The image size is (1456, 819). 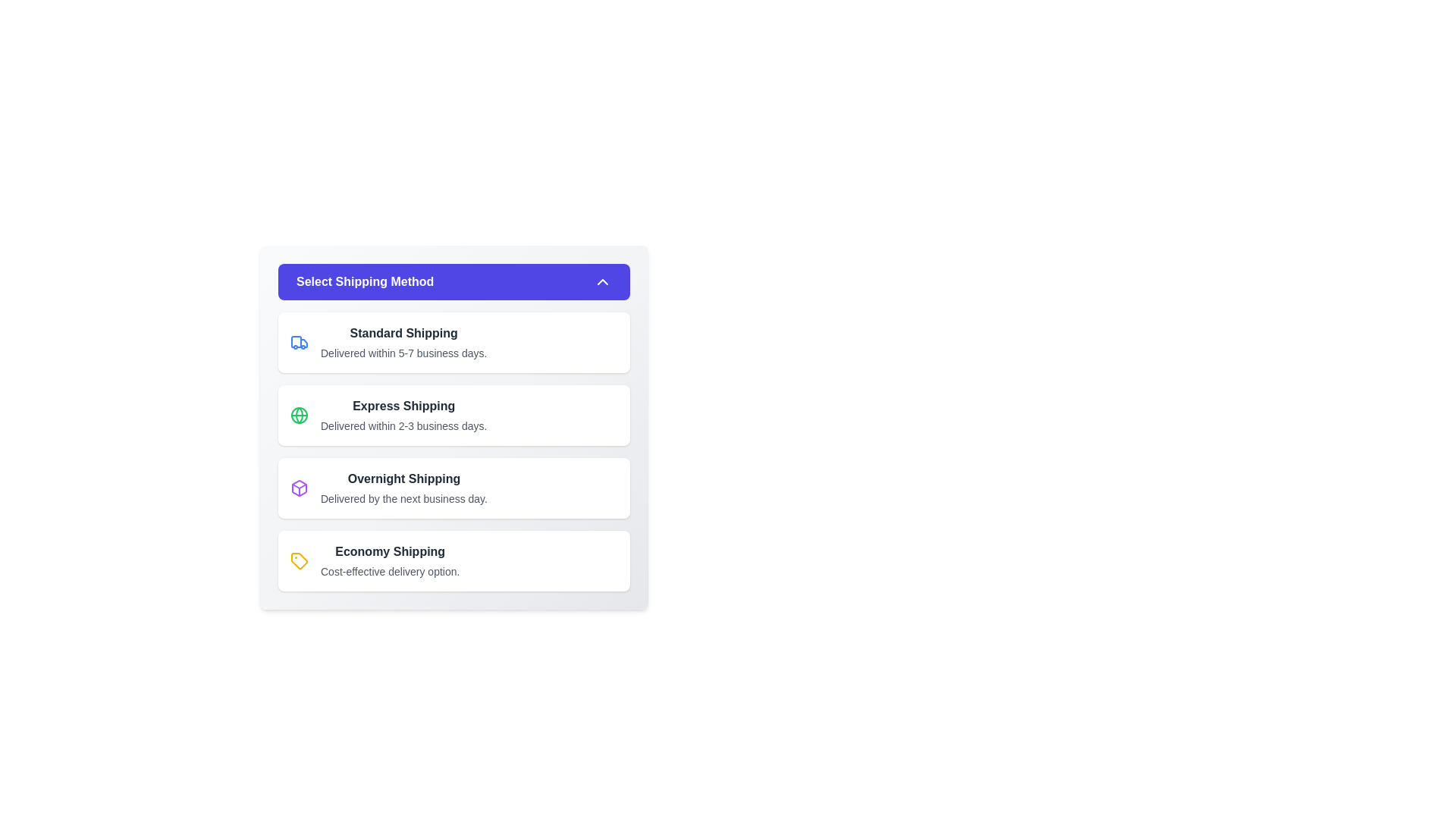 What do you see at coordinates (453, 488) in the screenshot?
I see `the 'Overnight Shipping' selectable card, which is the third card in the vertical list of shipping options` at bounding box center [453, 488].